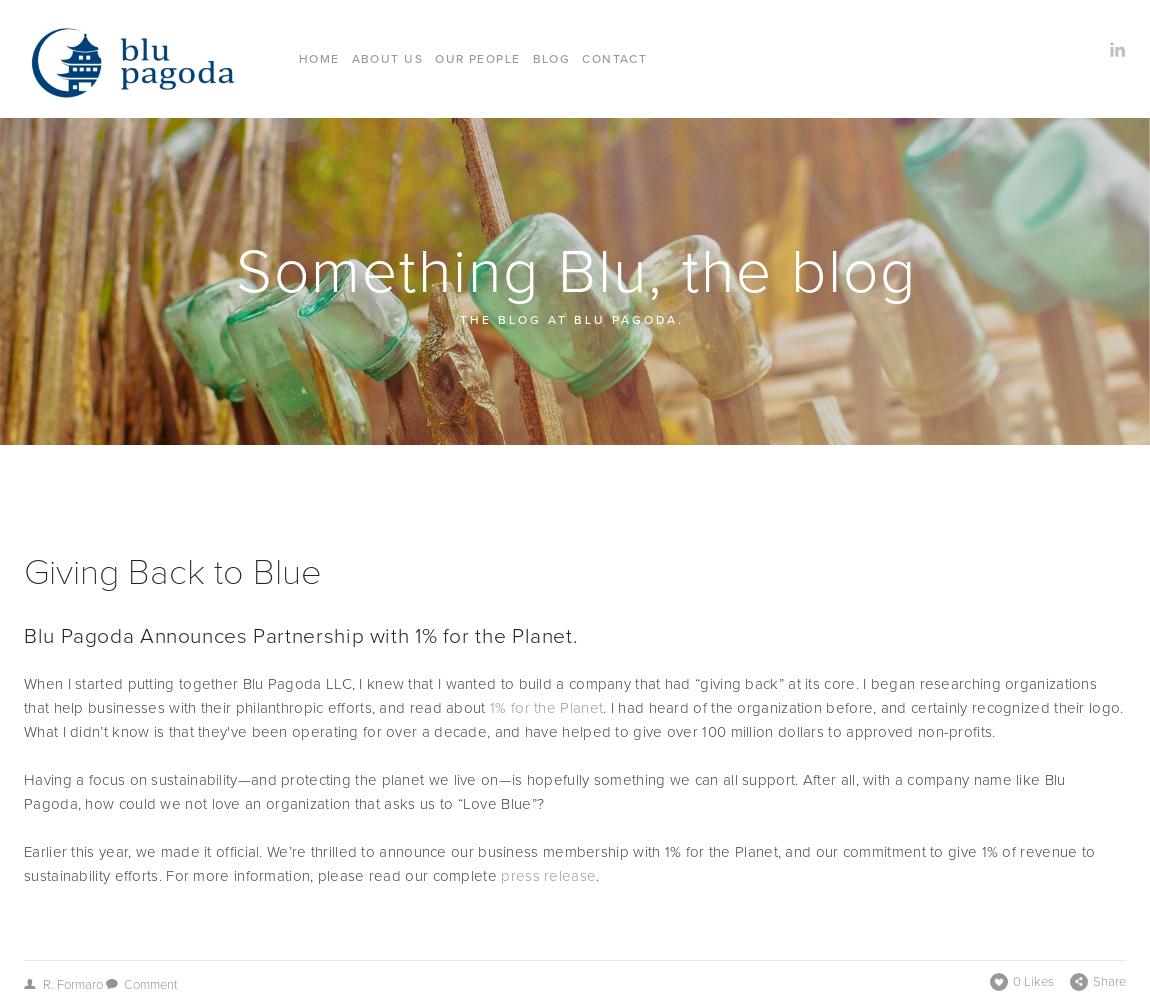 This screenshot has height=1000, width=1150. Describe the element at coordinates (550, 58) in the screenshot. I see `'Blog'` at that location.